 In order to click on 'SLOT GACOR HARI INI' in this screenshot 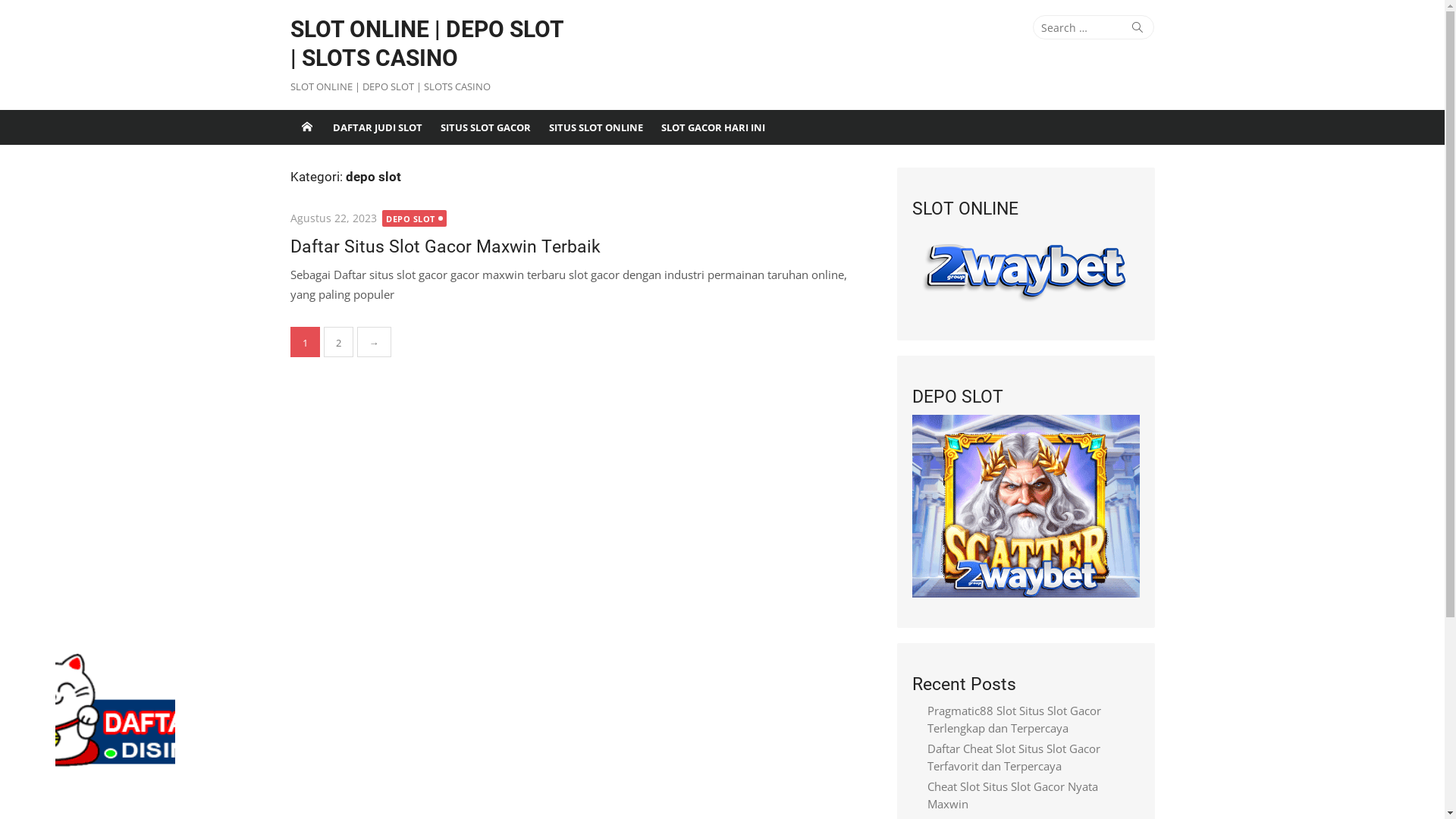, I will do `click(651, 127)`.